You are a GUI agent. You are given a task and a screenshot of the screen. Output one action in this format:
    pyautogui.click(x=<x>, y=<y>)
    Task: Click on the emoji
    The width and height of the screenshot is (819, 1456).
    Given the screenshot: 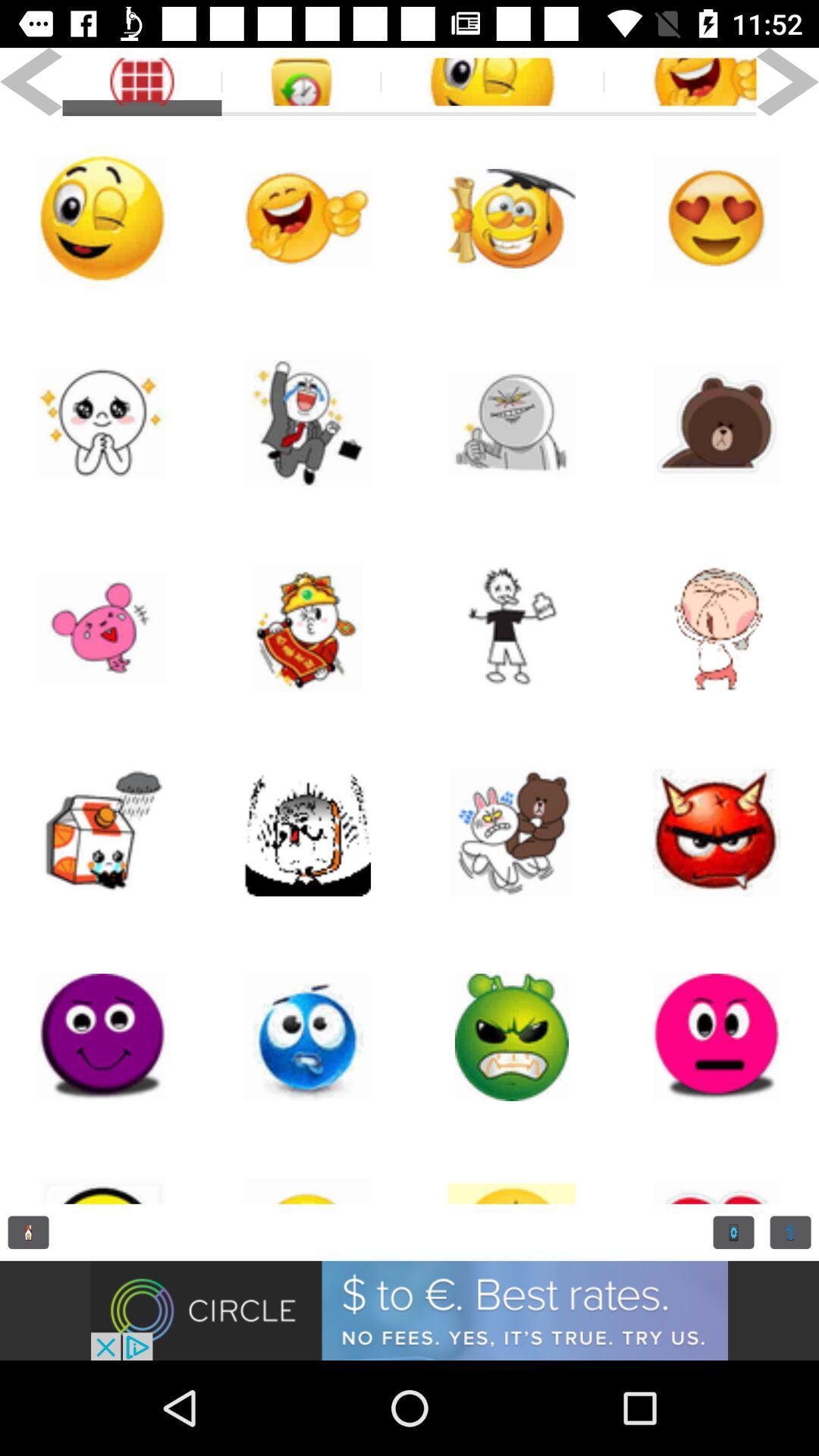 What is the action you would take?
    pyautogui.click(x=679, y=81)
    